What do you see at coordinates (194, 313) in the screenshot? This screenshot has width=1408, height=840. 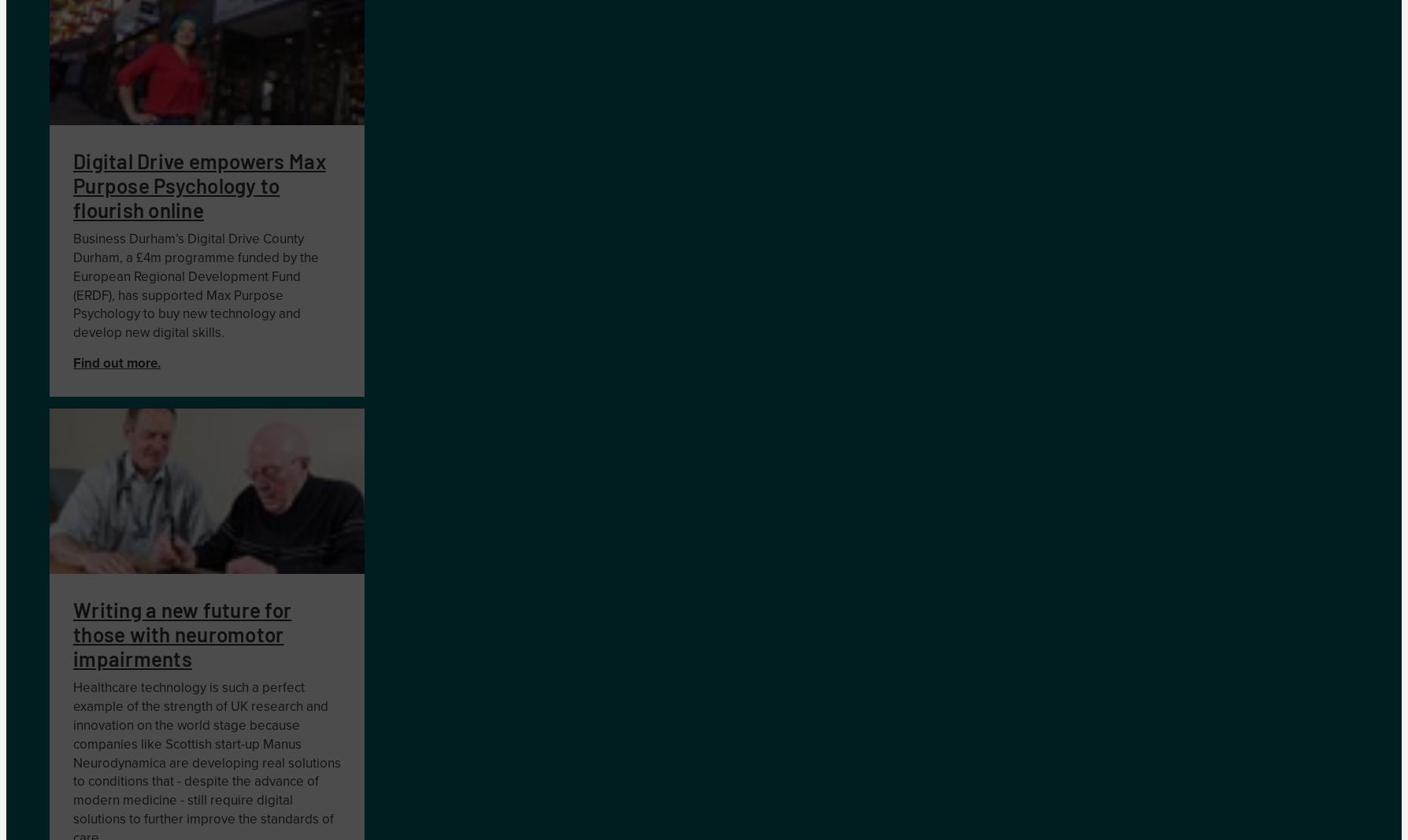 I see `'new'` at bounding box center [194, 313].